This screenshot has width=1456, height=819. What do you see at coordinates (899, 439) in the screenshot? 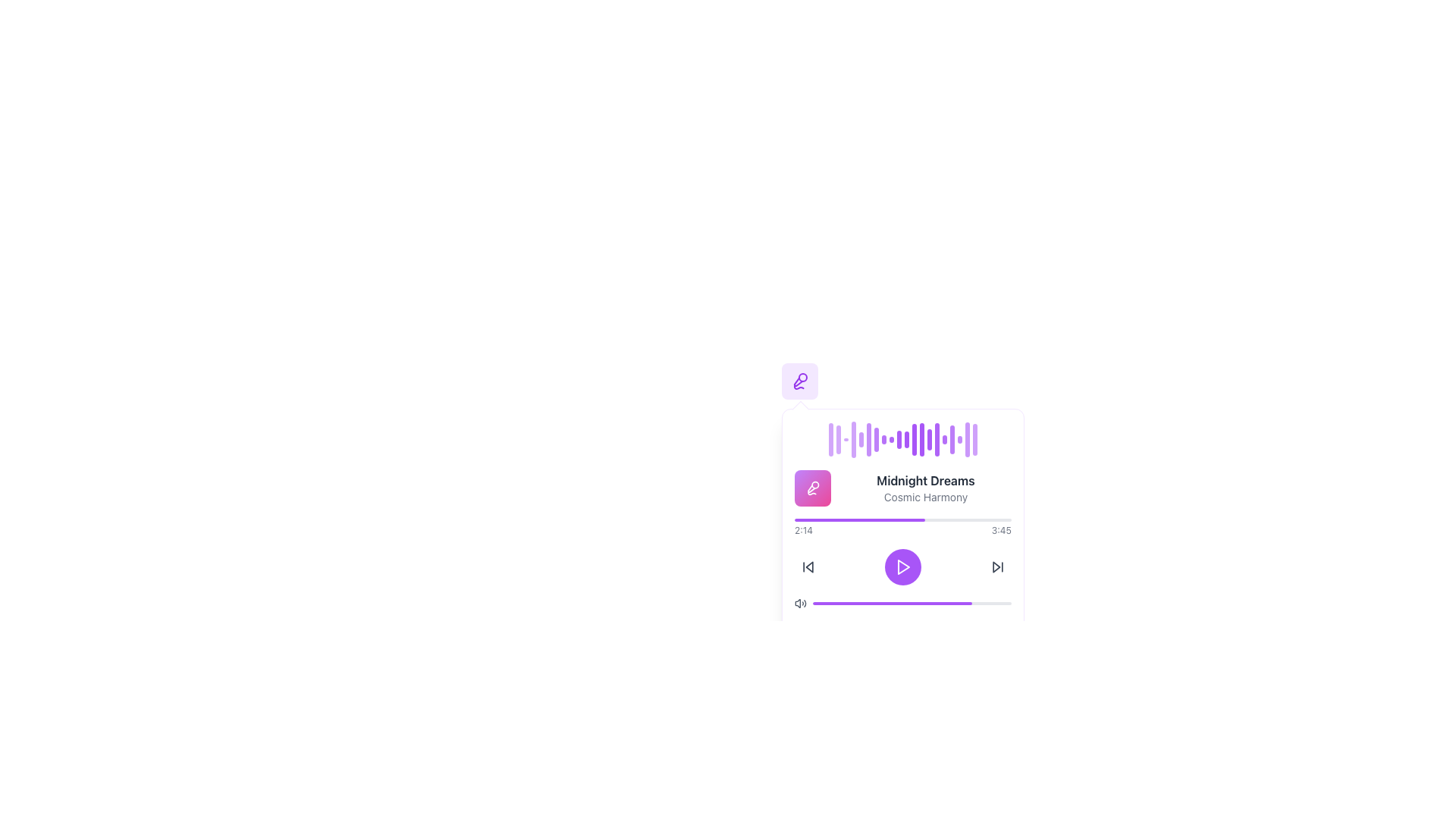
I see `the tenth vertical purple bar with a rounded end in the waveform-like display` at bounding box center [899, 439].